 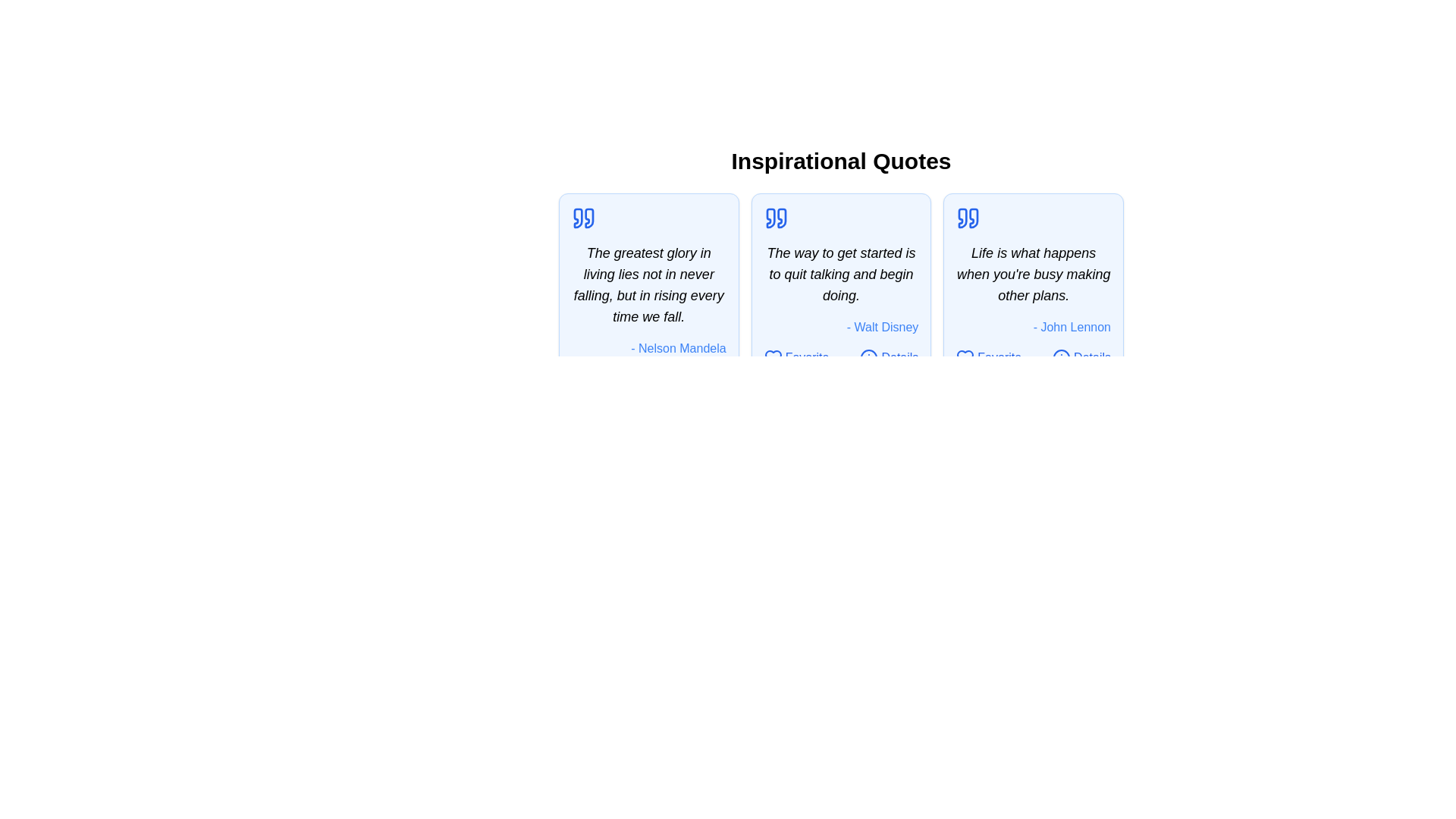 I want to click on the text label displaying the name '- Nelson Mandela', which is right-aligned and styled in blue, positioned below the quote text and above the 'Favorite' and 'Details' buttons, so click(x=648, y=348).